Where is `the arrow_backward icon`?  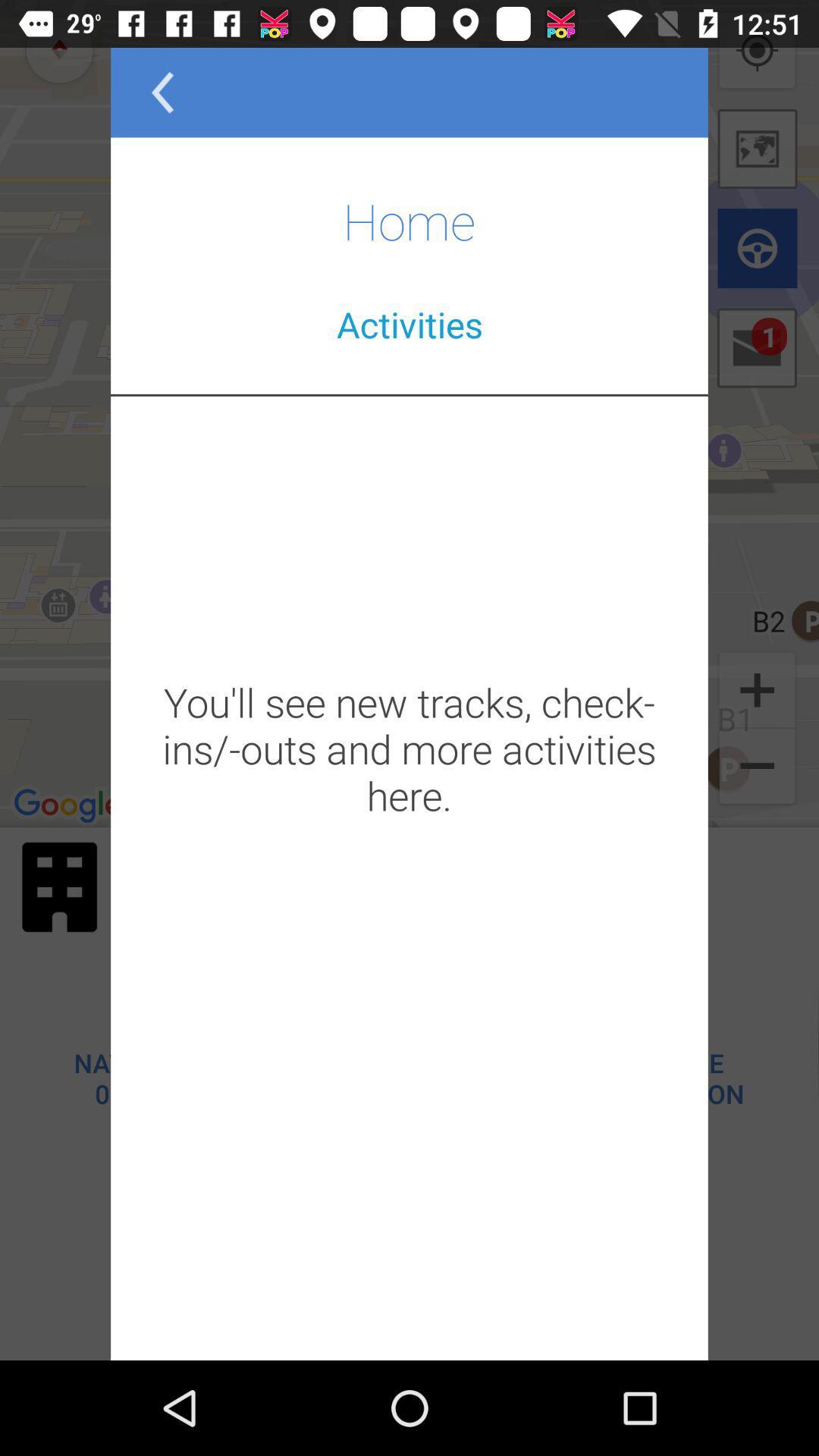
the arrow_backward icon is located at coordinates (162, 92).